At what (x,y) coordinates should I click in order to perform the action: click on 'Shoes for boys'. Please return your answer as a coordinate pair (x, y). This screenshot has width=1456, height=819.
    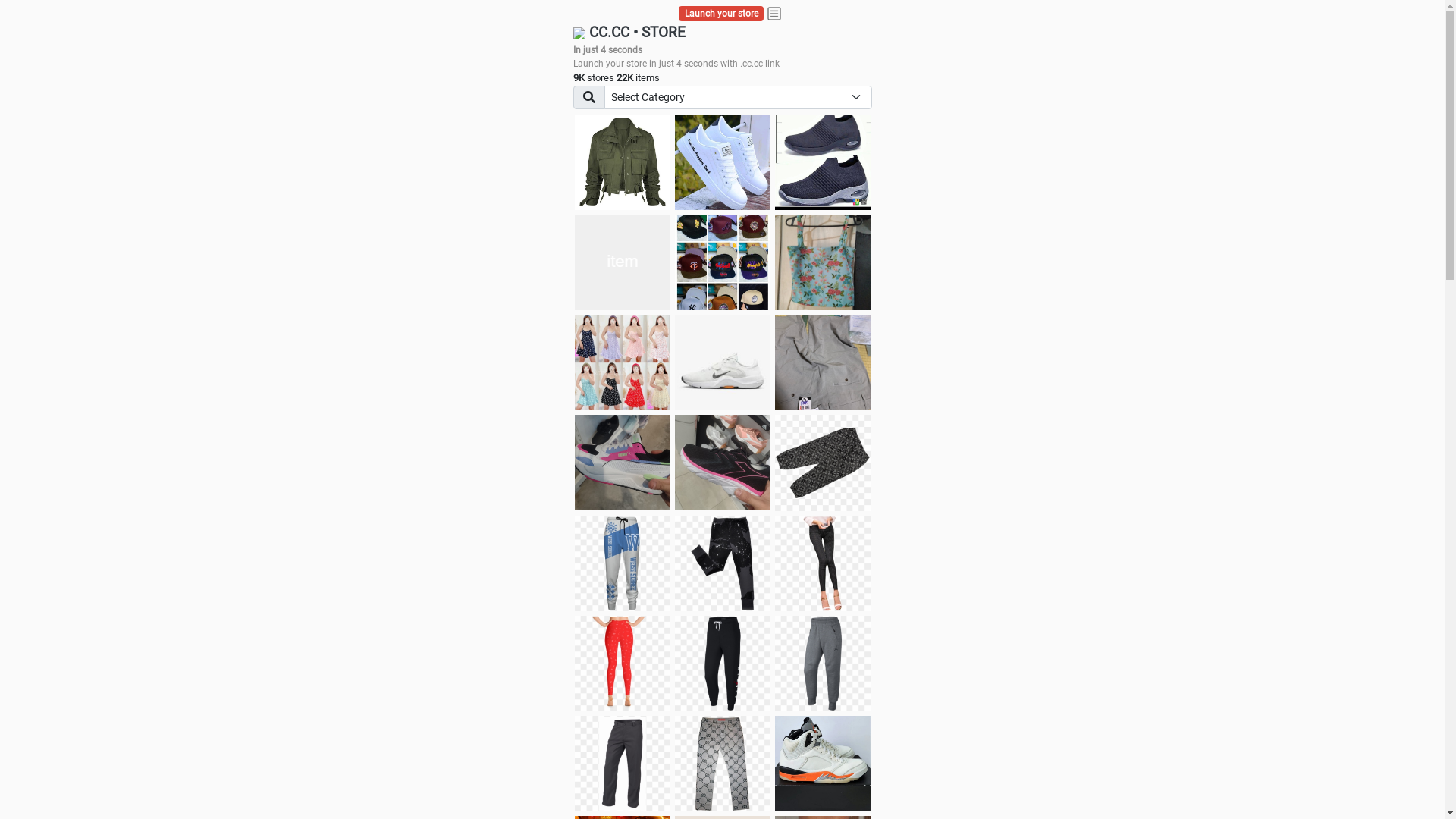
    Looking at the image, I should click on (622, 262).